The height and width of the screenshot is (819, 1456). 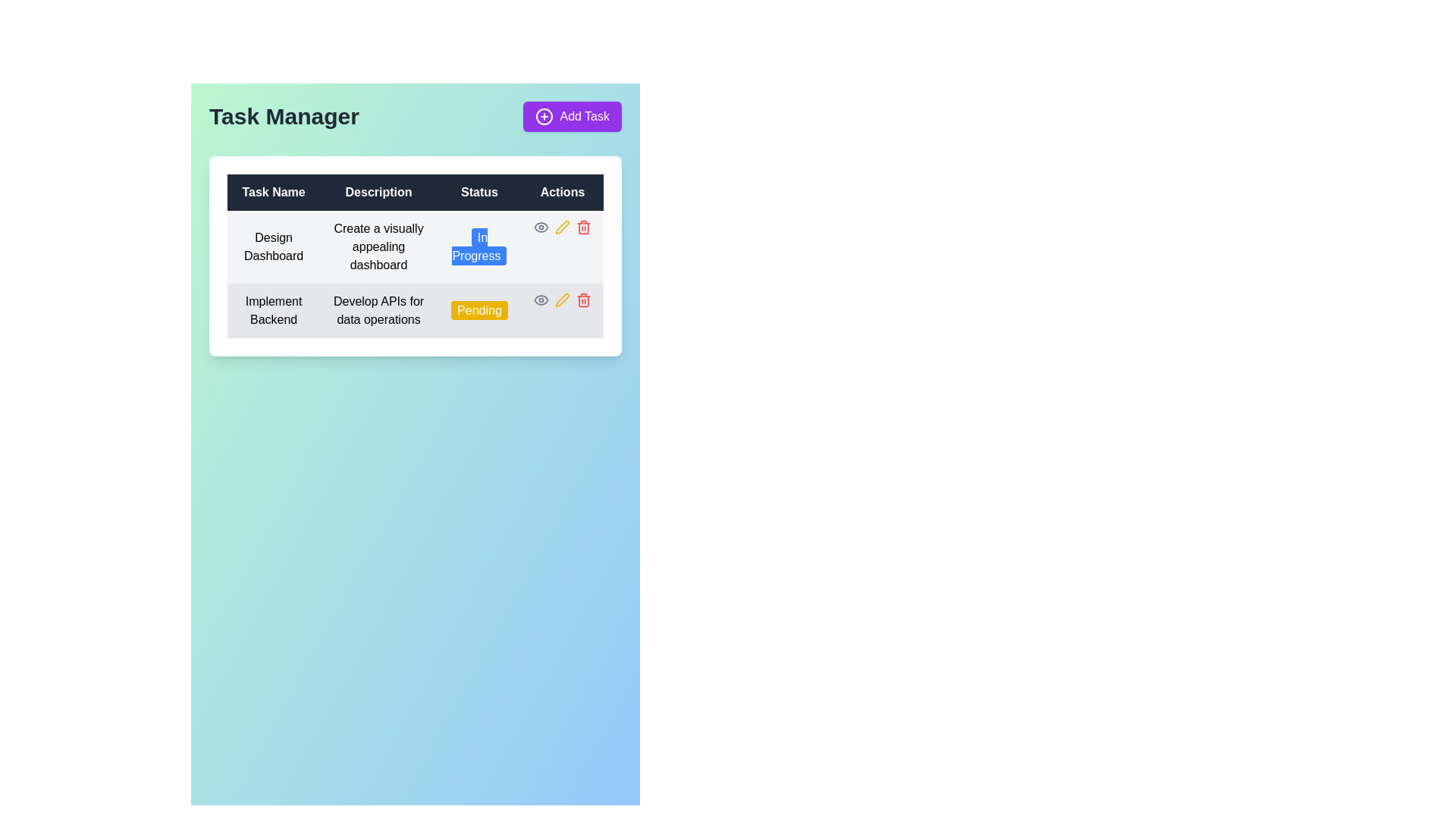 I want to click on the 'Status' text label element, which is a white text on a dark background located in the third column of the table header row, so click(x=479, y=192).